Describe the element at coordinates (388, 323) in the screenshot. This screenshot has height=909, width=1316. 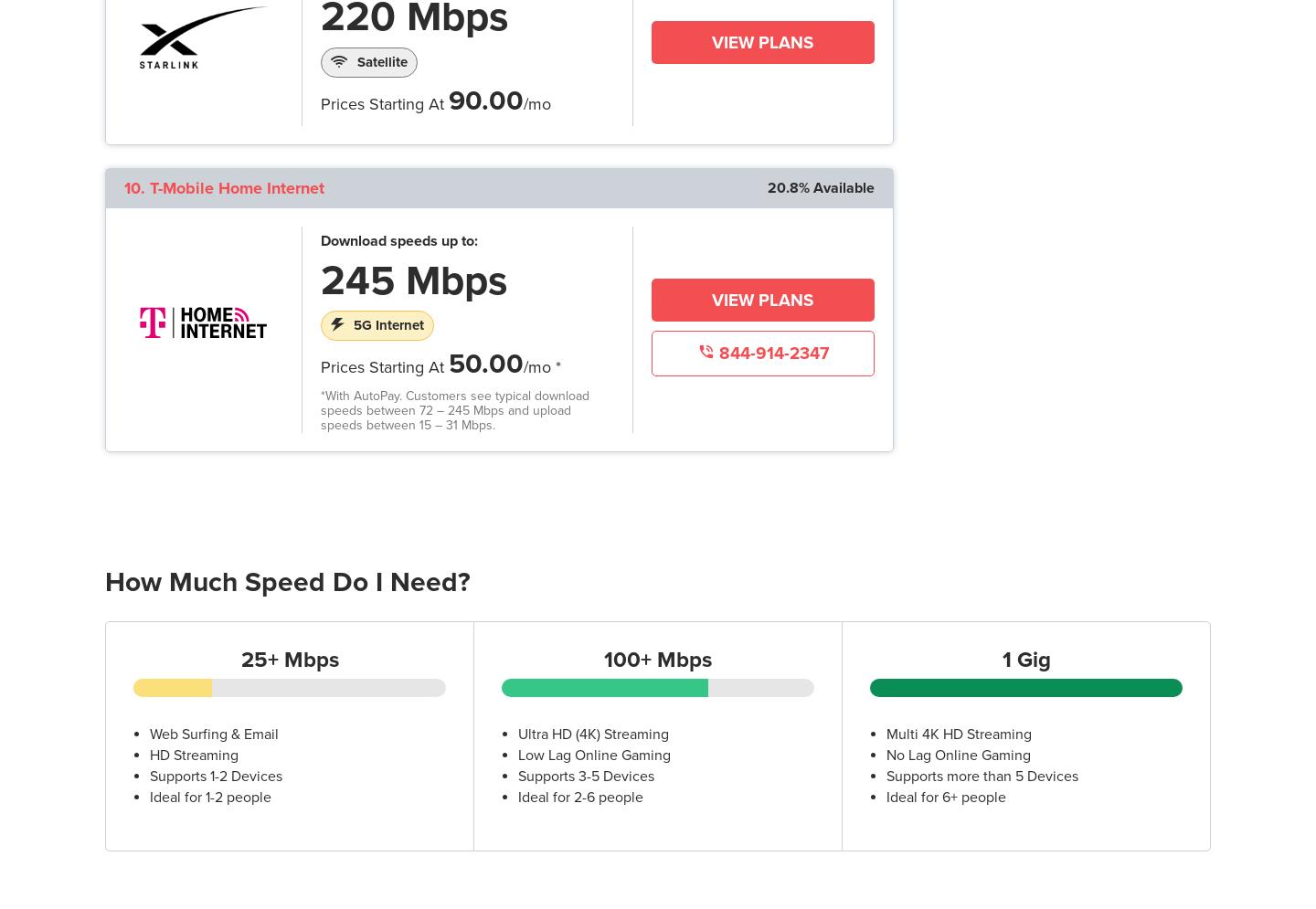
I see `'5G Internet'` at that location.